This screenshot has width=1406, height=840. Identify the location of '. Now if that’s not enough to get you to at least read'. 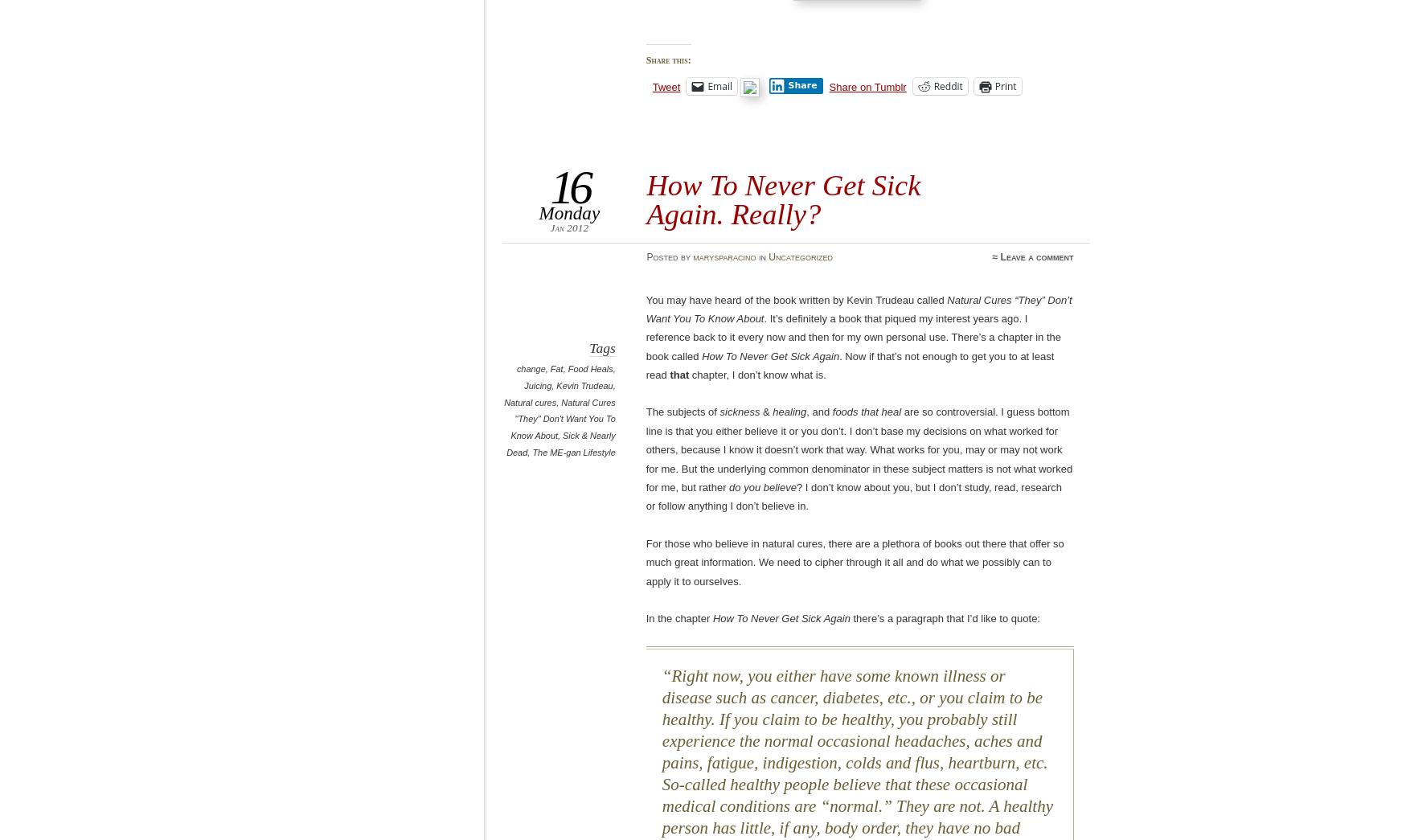
(849, 365).